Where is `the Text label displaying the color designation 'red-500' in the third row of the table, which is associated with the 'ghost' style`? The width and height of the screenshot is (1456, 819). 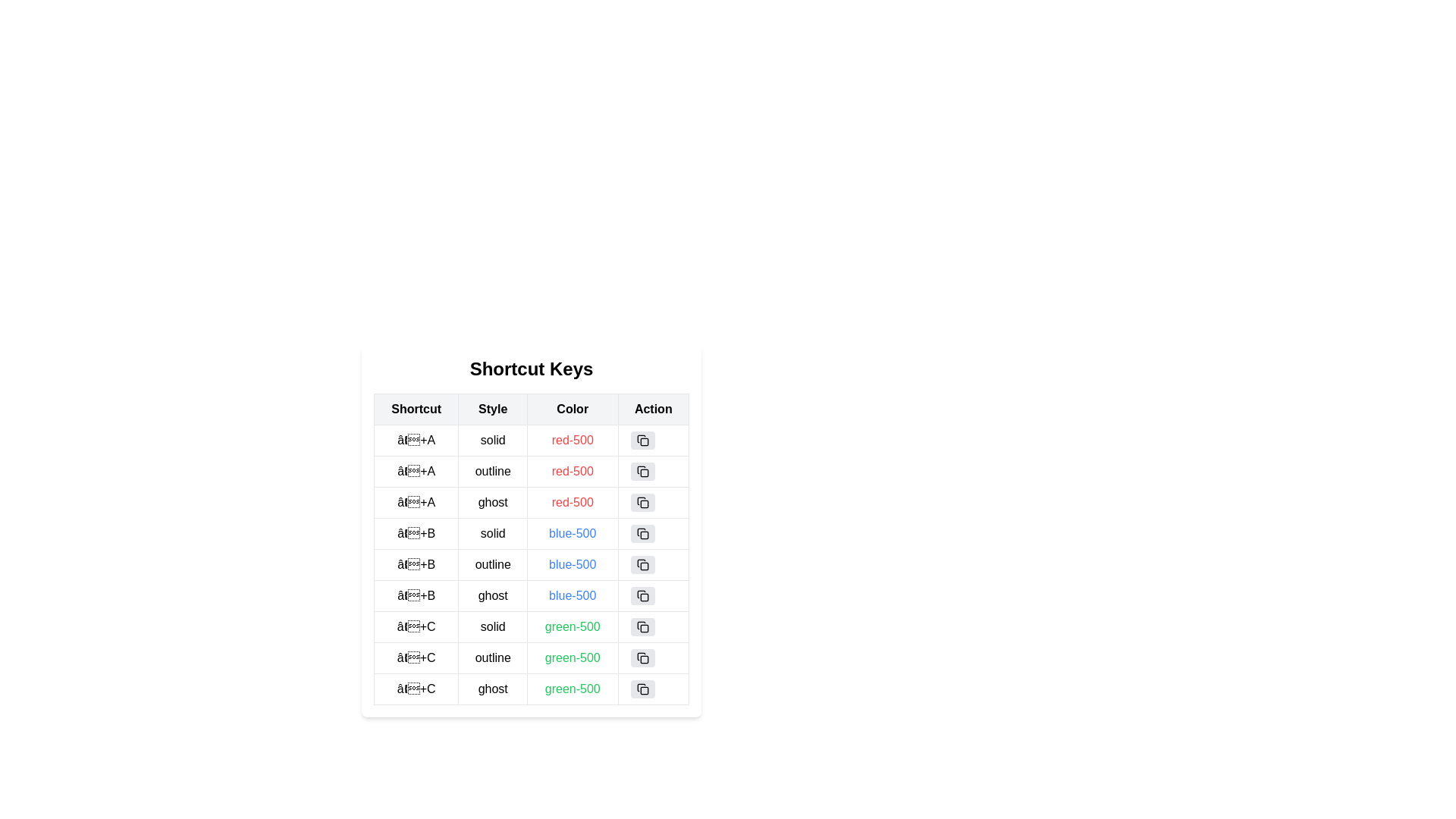 the Text label displaying the color designation 'red-500' in the third row of the table, which is associated with the 'ghost' style is located at coordinates (572, 503).